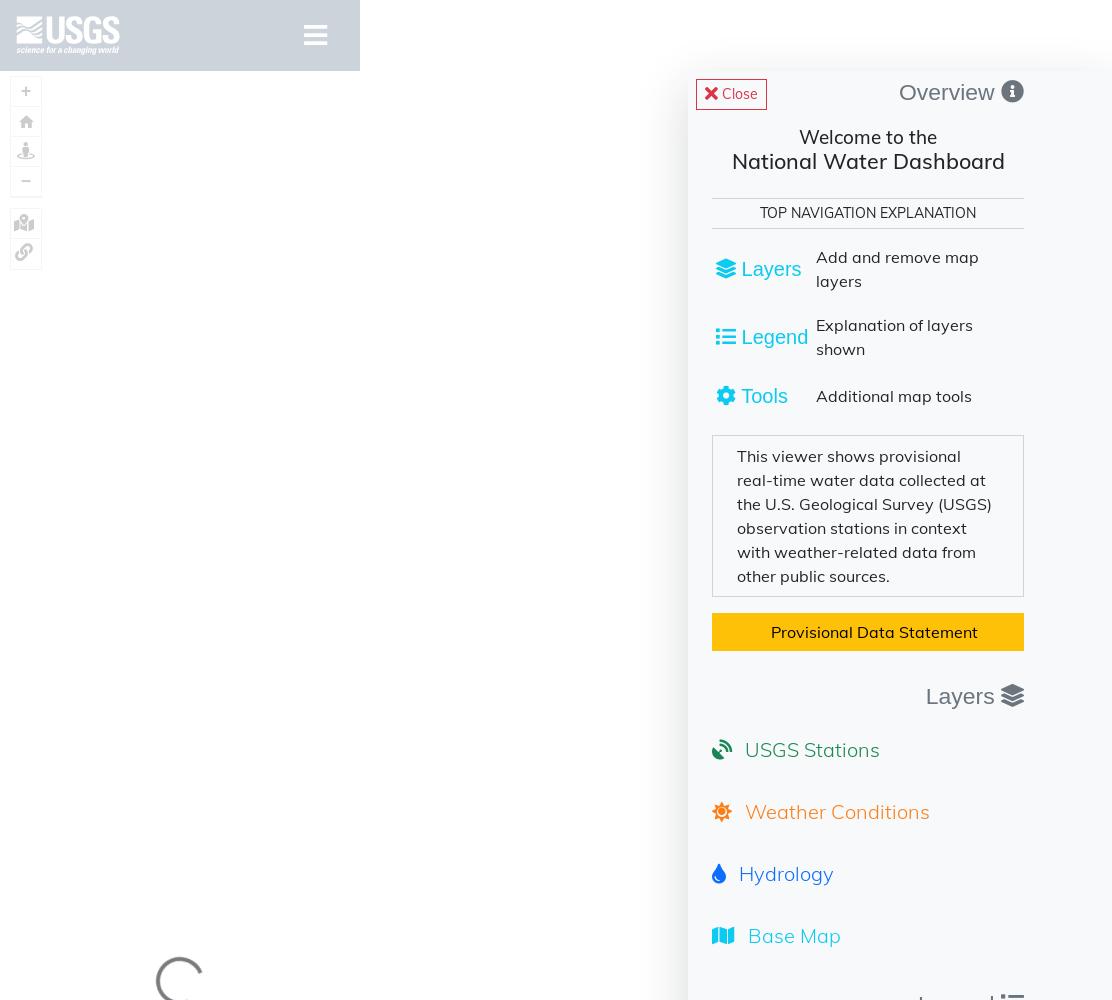 This screenshot has height=1000, width=1112. Describe the element at coordinates (867, 160) in the screenshot. I see `'National Water Dashboard'` at that location.